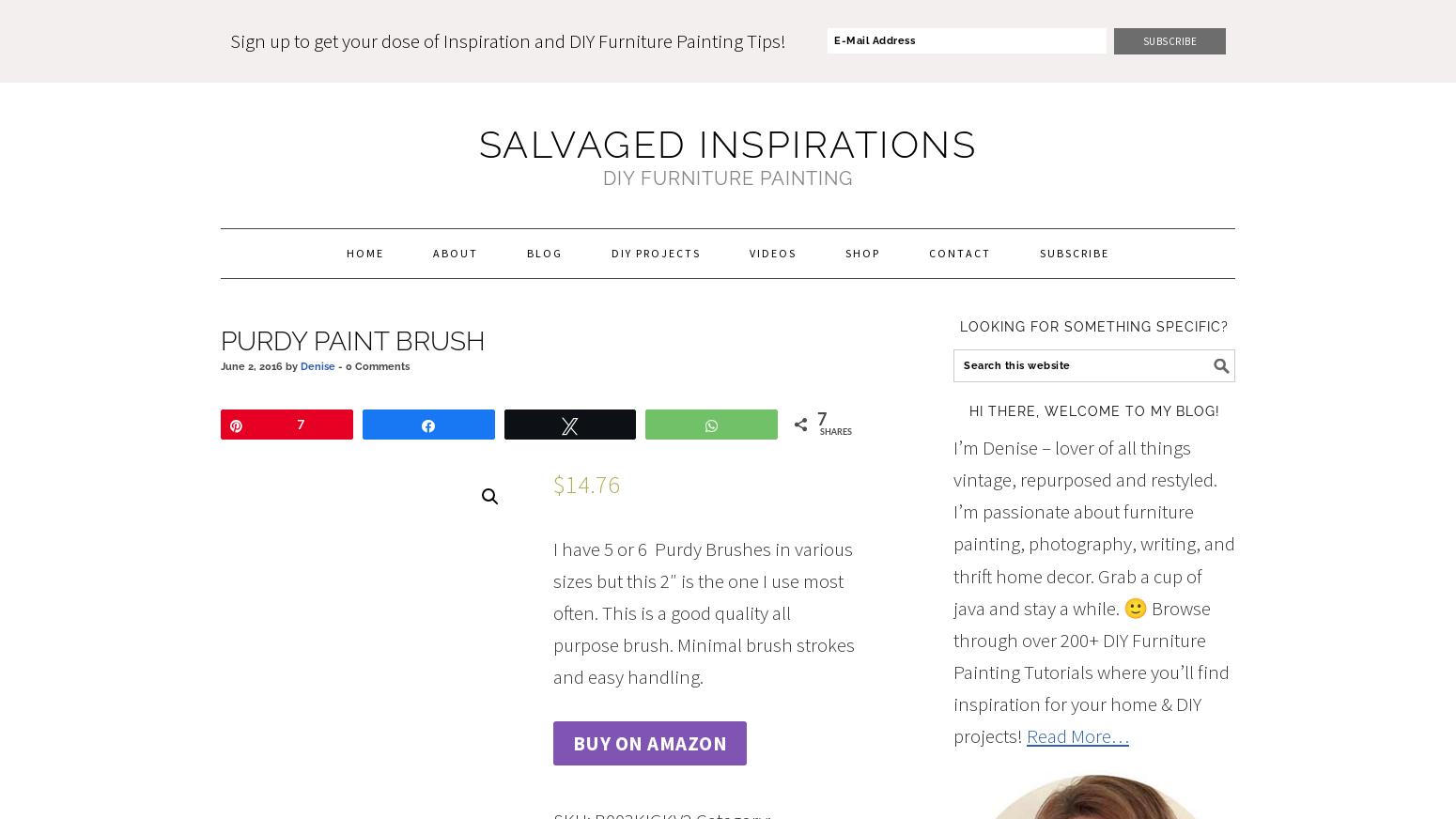  Describe the element at coordinates (728, 178) in the screenshot. I see `'DIY FURNITURE PAINTING'` at that location.